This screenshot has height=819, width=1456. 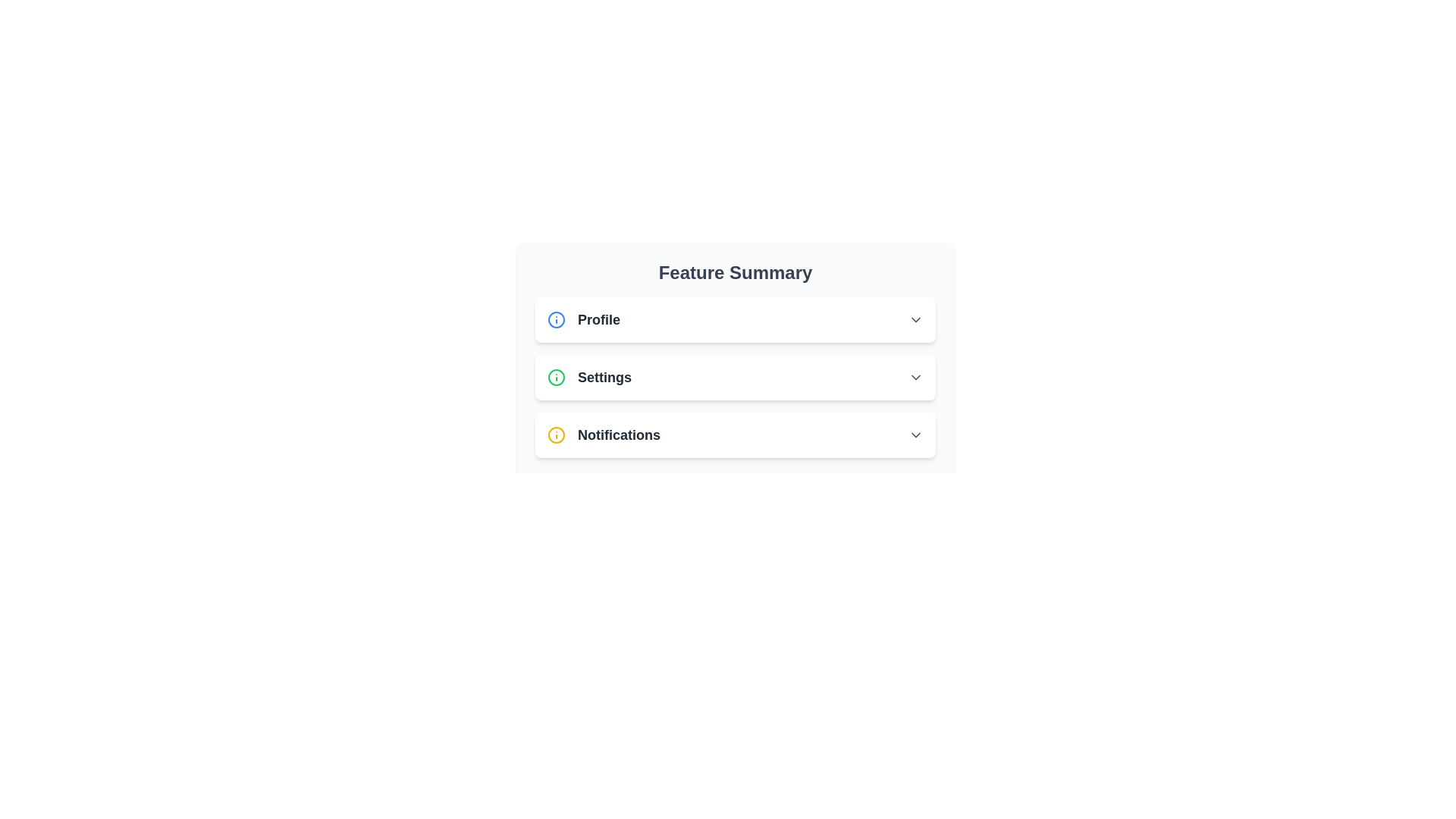 What do you see at coordinates (735, 435) in the screenshot?
I see `the third item in the vertical stack labeled 'Notifications'` at bounding box center [735, 435].